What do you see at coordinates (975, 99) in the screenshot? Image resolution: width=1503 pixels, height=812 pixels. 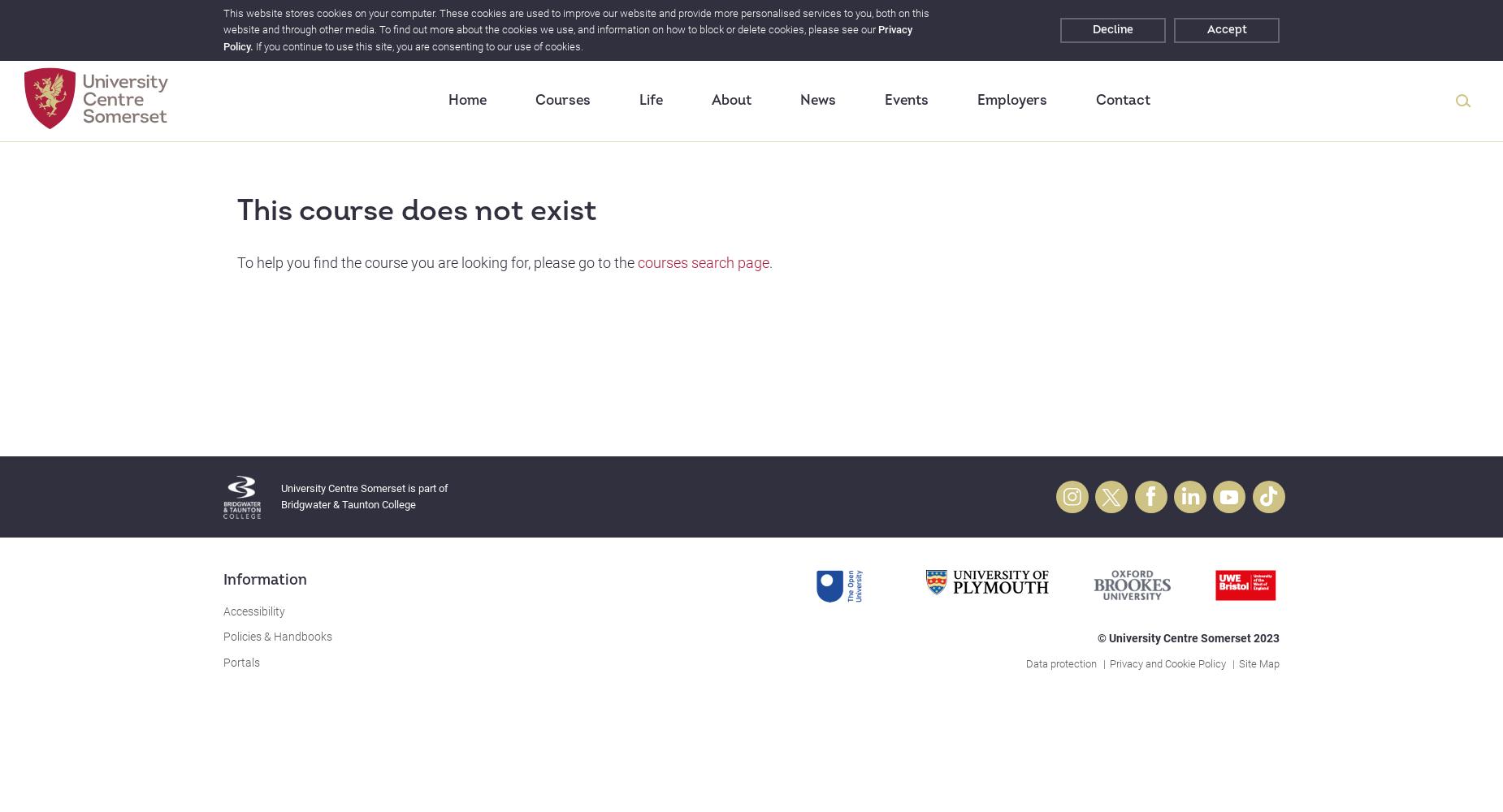 I see `'Employers'` at bounding box center [975, 99].